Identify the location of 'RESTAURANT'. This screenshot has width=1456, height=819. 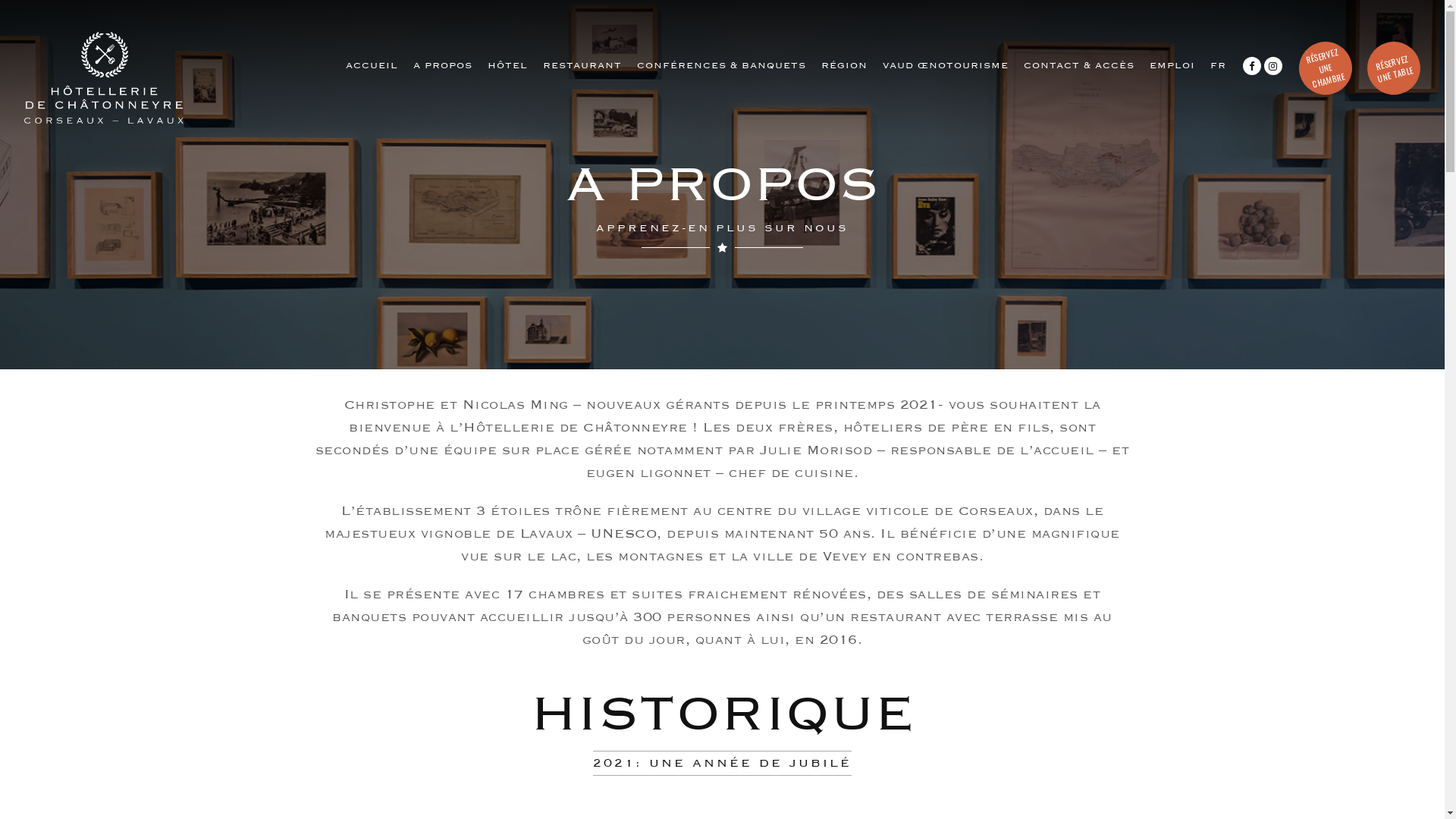
(582, 64).